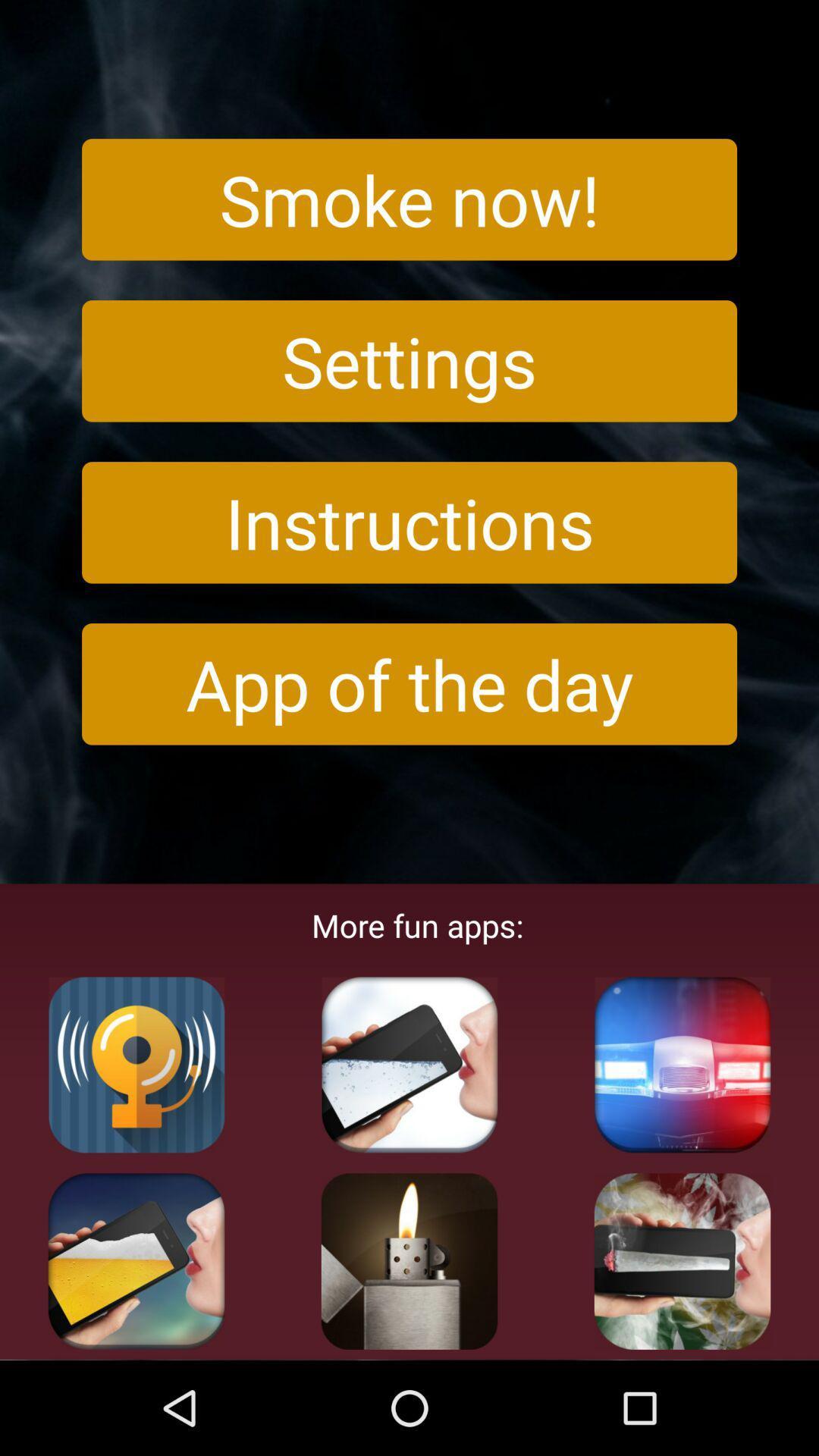 The height and width of the screenshot is (1456, 819). Describe the element at coordinates (136, 1261) in the screenshot. I see `appliciation apps` at that location.